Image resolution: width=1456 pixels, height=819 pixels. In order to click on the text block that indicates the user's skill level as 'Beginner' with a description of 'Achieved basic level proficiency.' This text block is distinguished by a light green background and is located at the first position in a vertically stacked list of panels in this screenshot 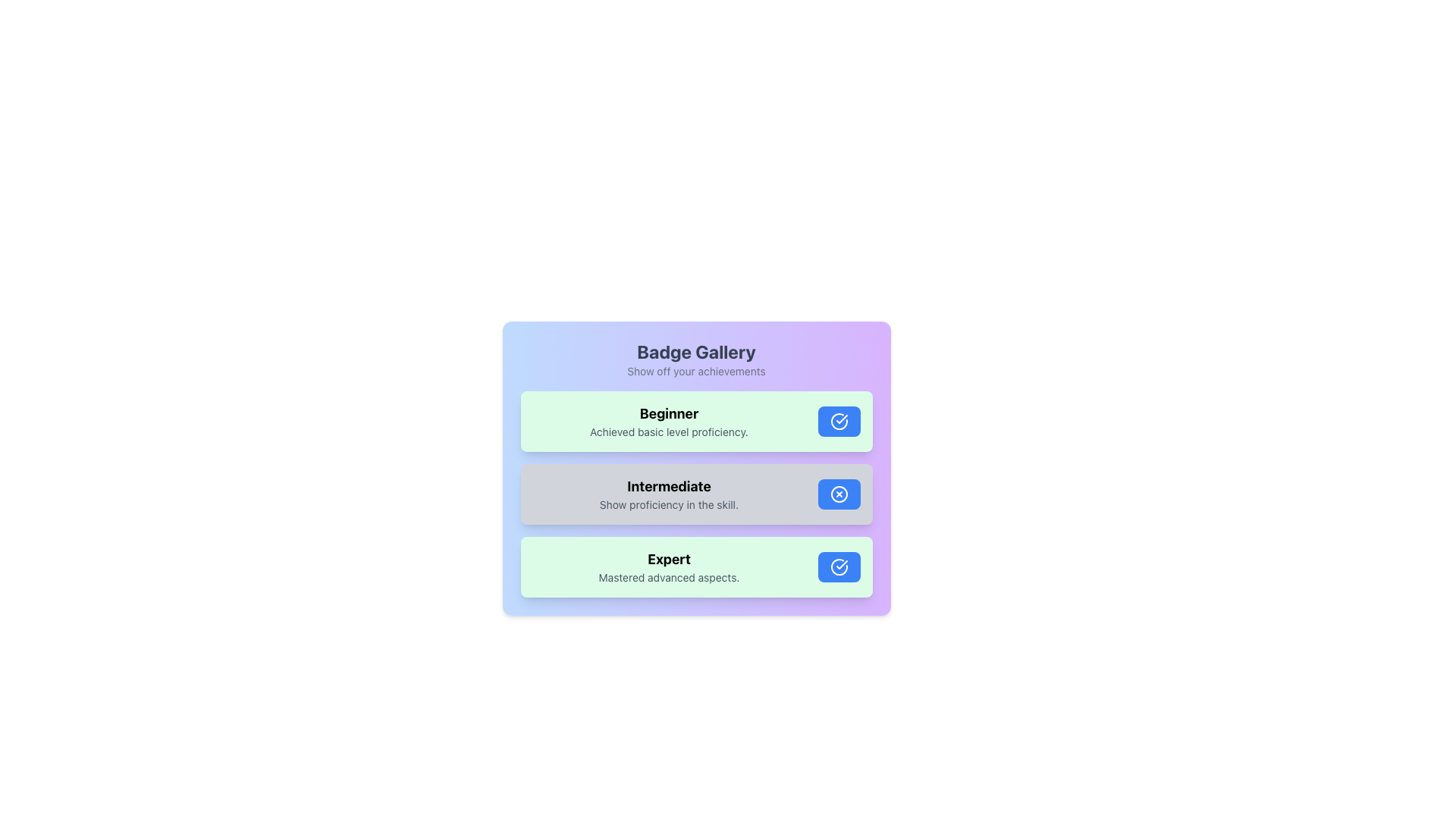, I will do `click(668, 421)`.